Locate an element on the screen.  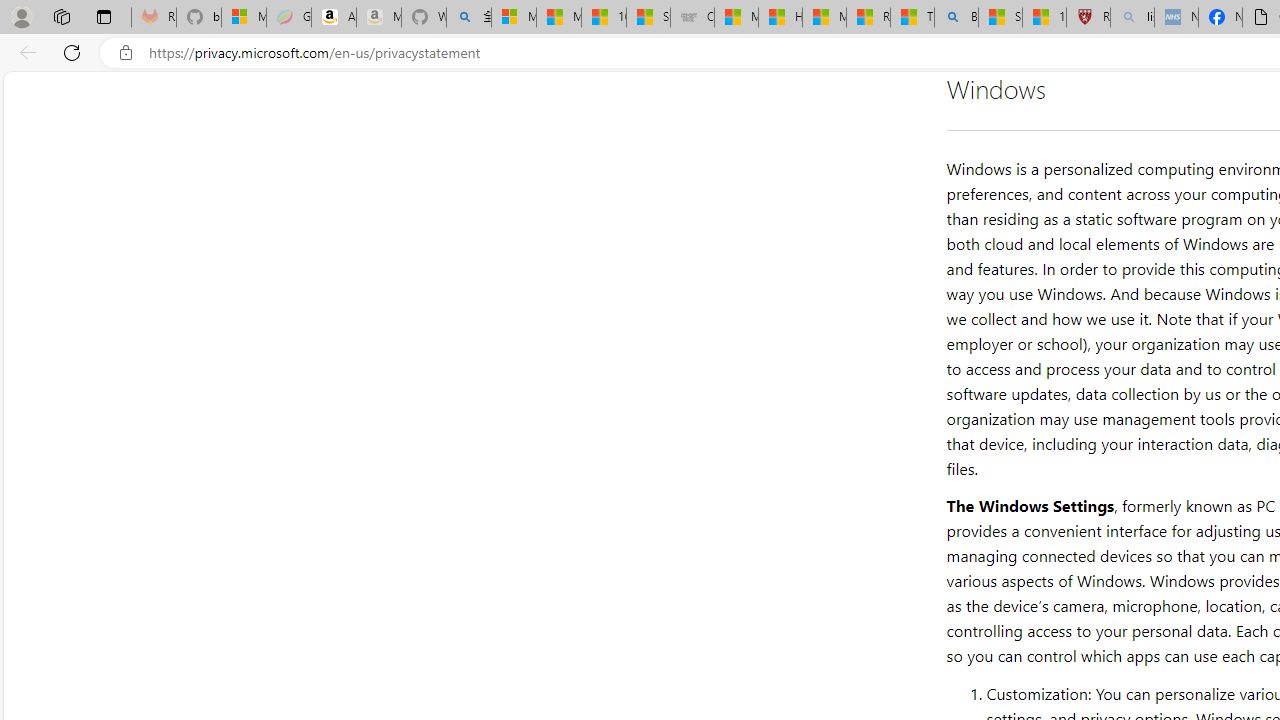
'How I Got Rid of Microsoft Edge' is located at coordinates (779, 17).